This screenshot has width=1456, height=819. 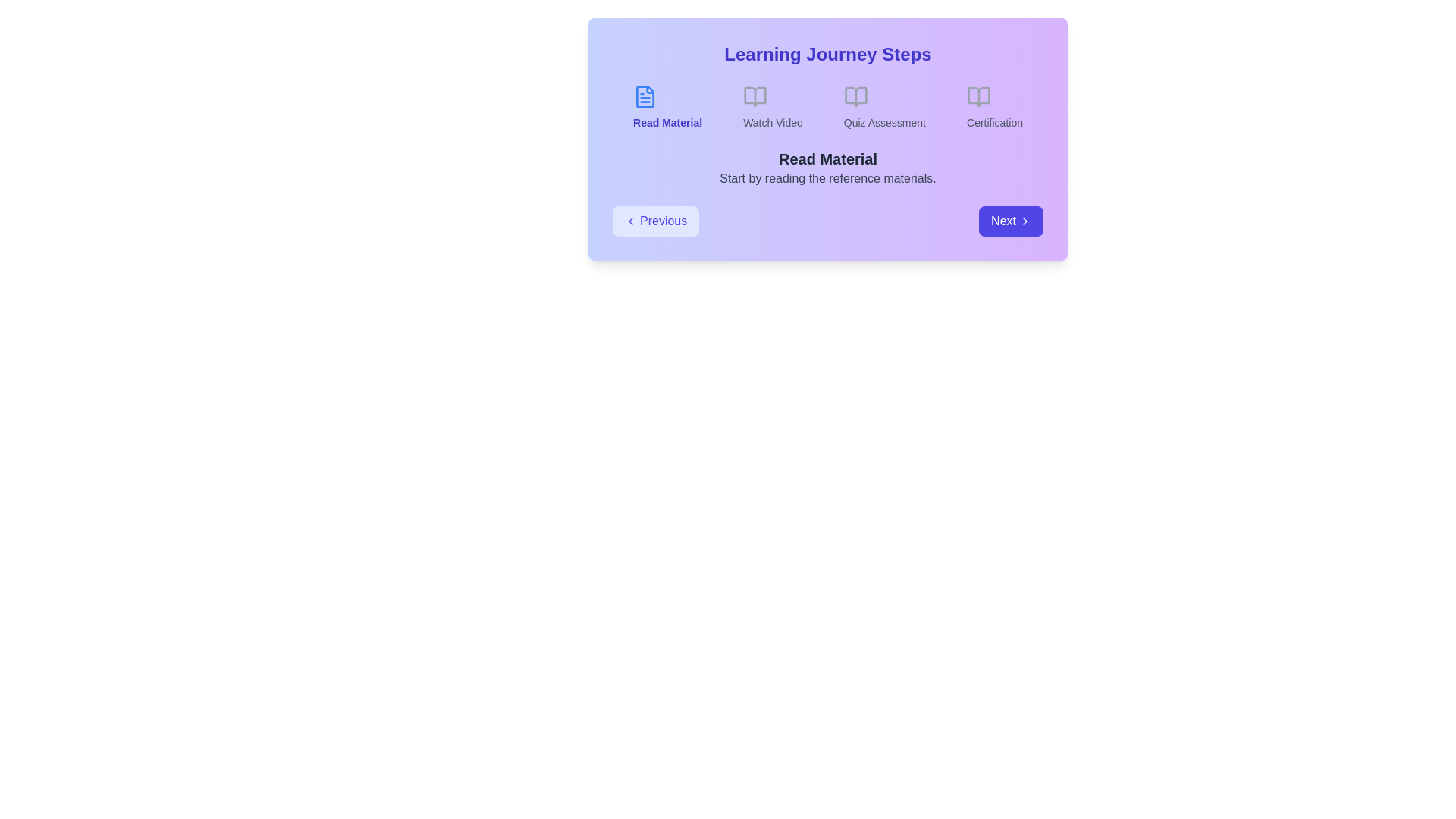 What do you see at coordinates (979, 96) in the screenshot?
I see `the 'Certification' icon in the top-right quadrant of the interface to associate it with the step's descriptive text` at bounding box center [979, 96].